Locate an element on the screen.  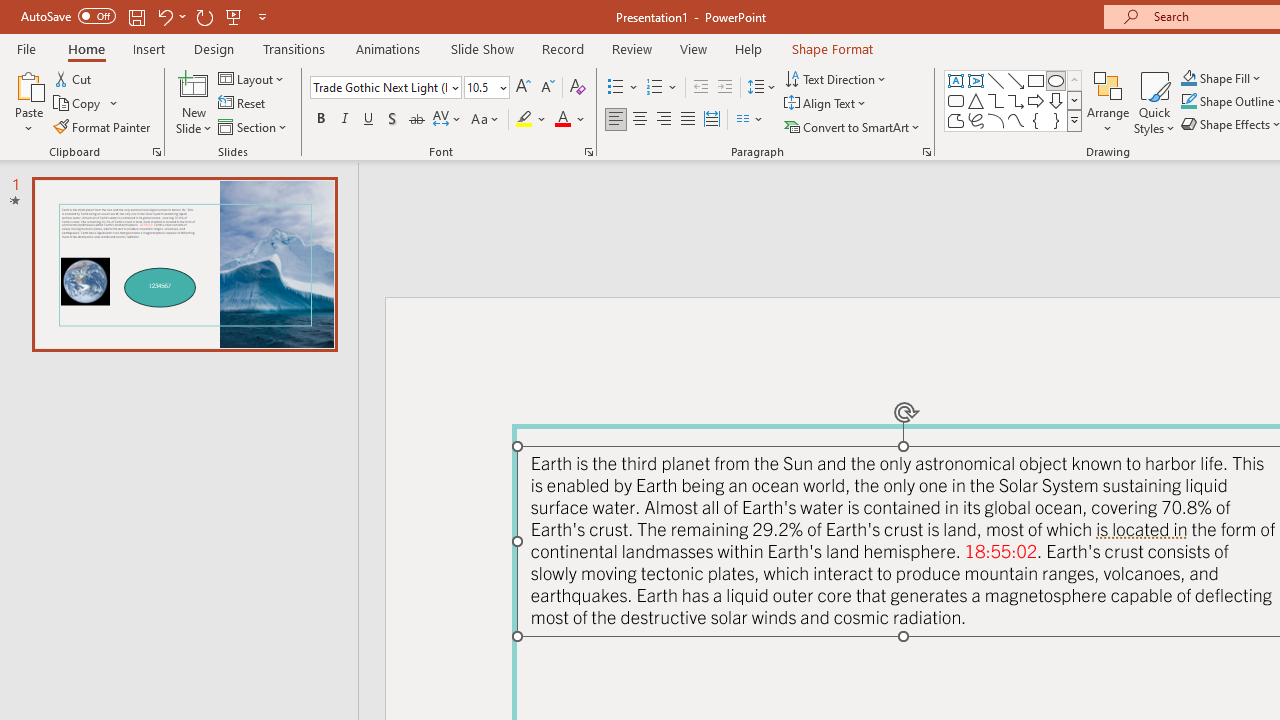
'Freeform: Scribble' is located at coordinates (976, 120).